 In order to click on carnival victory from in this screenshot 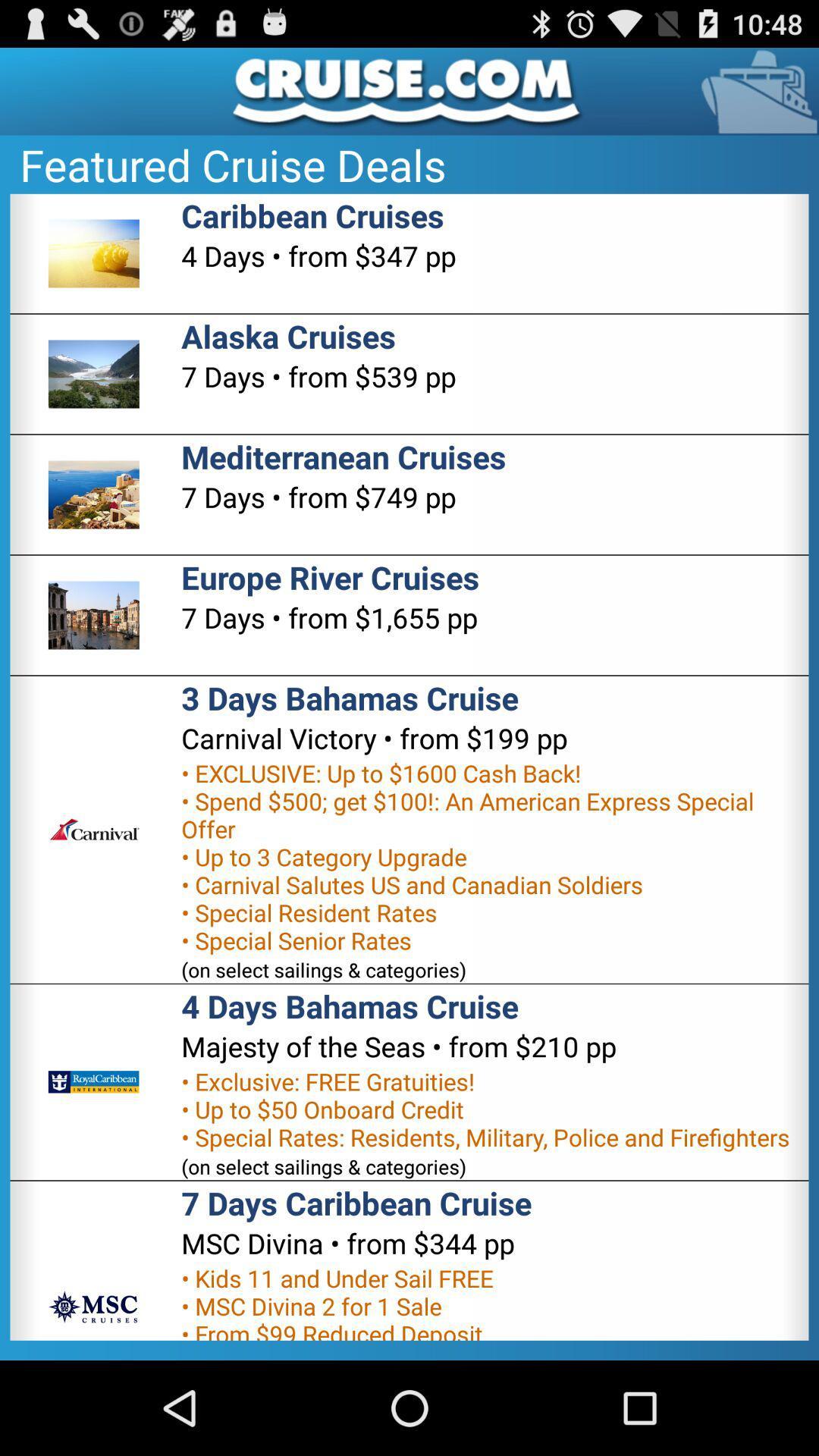, I will do `click(374, 738)`.